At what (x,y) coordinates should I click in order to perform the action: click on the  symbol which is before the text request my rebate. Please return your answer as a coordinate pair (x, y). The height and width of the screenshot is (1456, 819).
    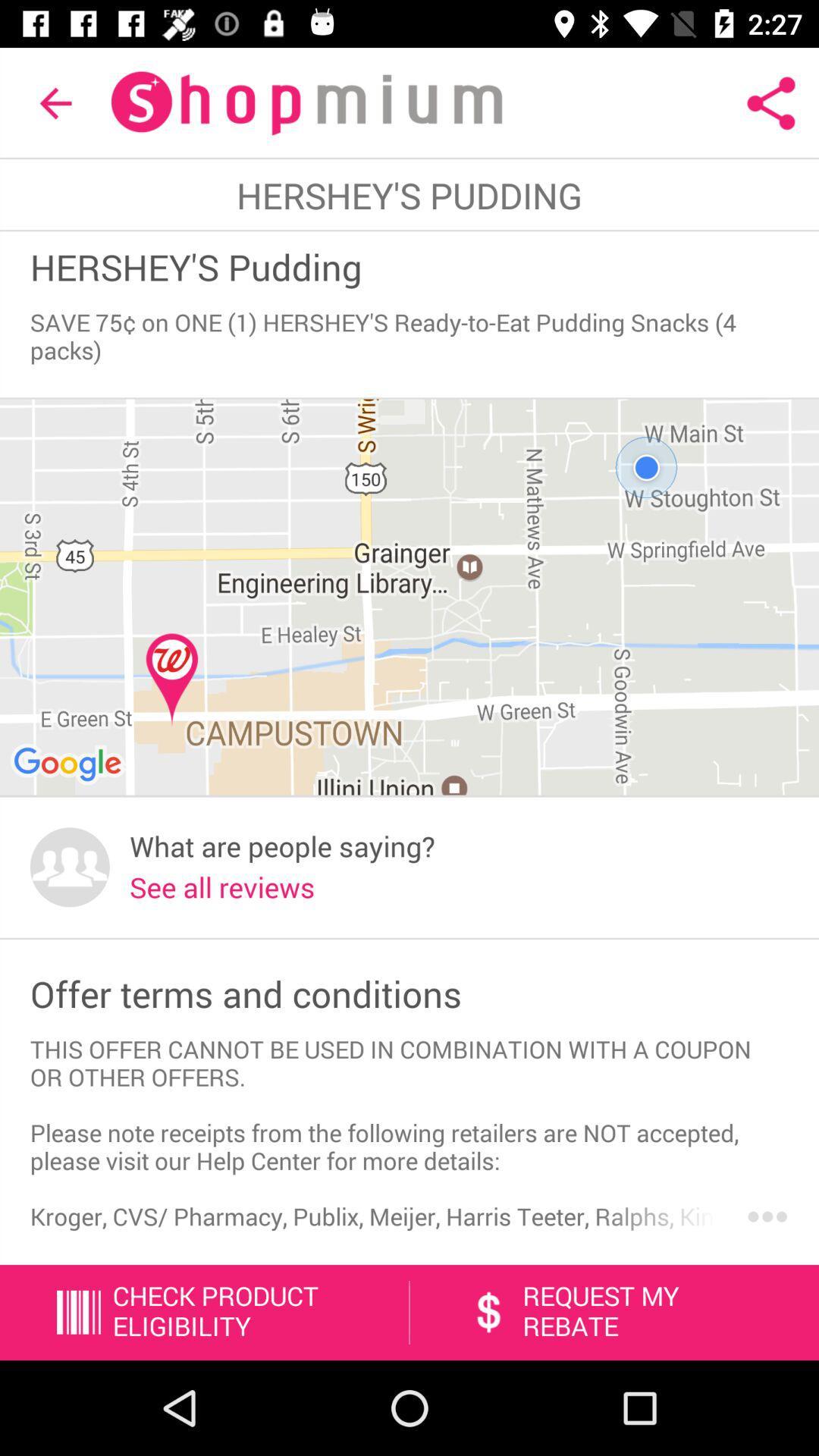
    Looking at the image, I should click on (488, 1312).